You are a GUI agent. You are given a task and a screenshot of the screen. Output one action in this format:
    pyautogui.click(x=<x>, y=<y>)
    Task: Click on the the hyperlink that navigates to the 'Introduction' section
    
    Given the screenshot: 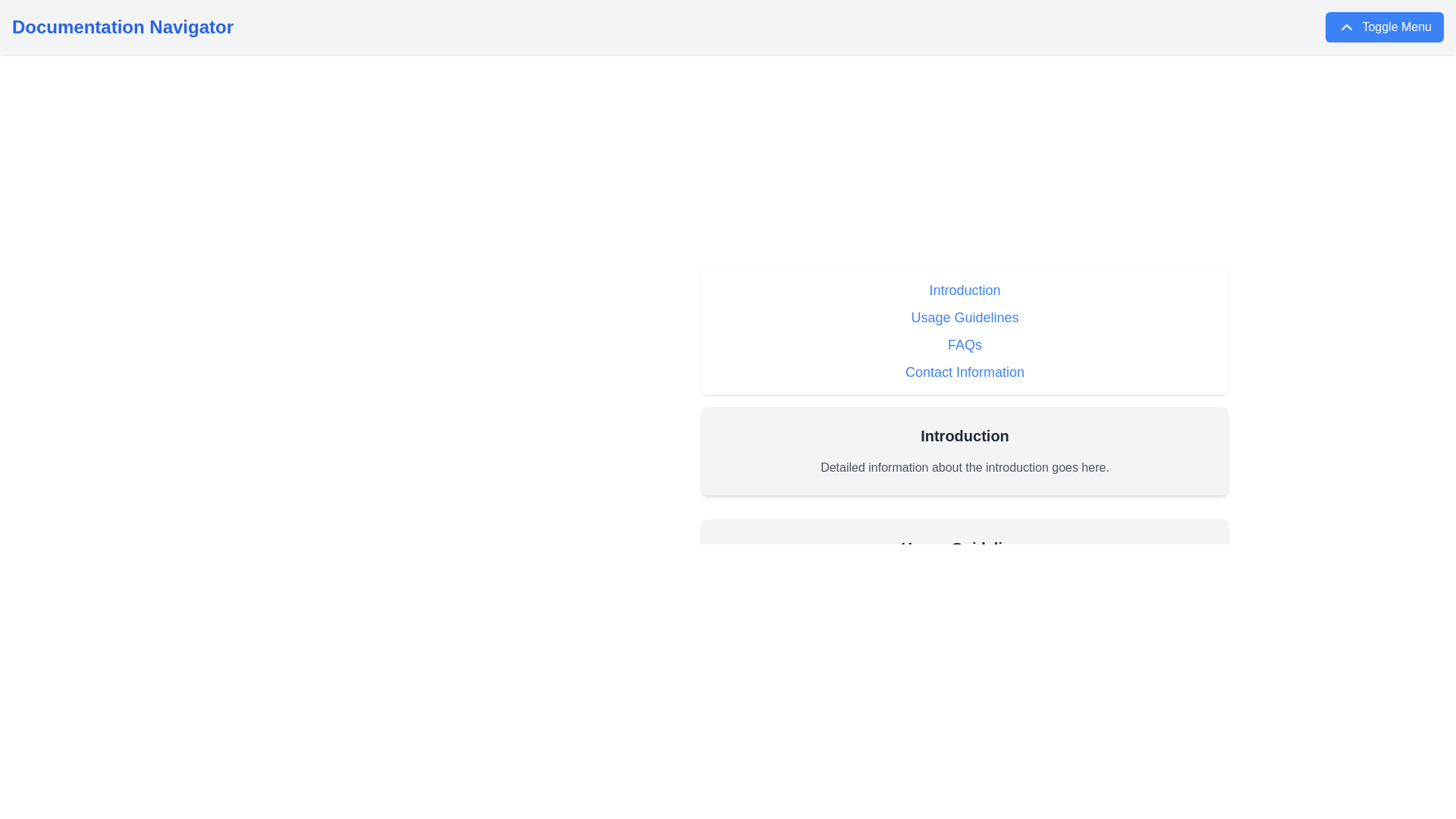 What is the action you would take?
    pyautogui.click(x=964, y=290)
    